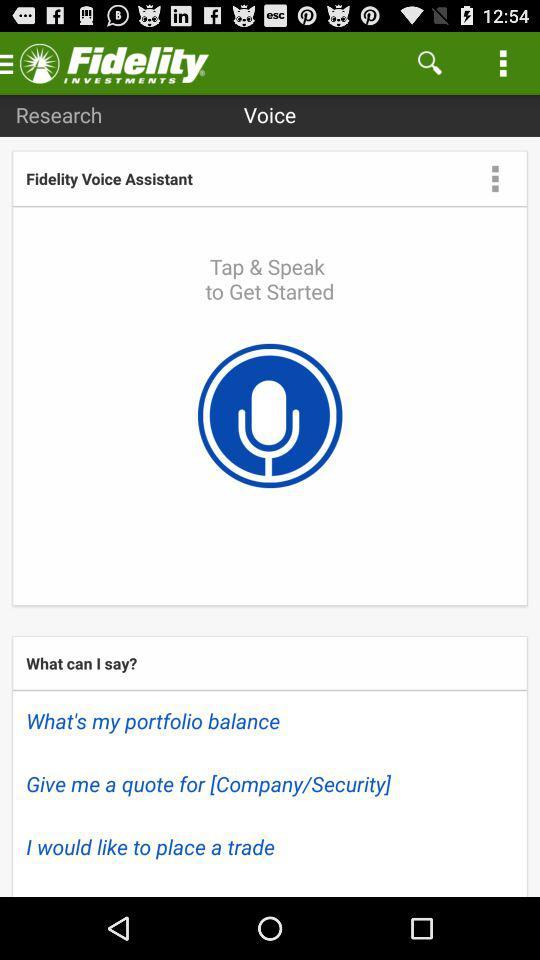  I want to click on the icon to the right of voice app, so click(428, 62).